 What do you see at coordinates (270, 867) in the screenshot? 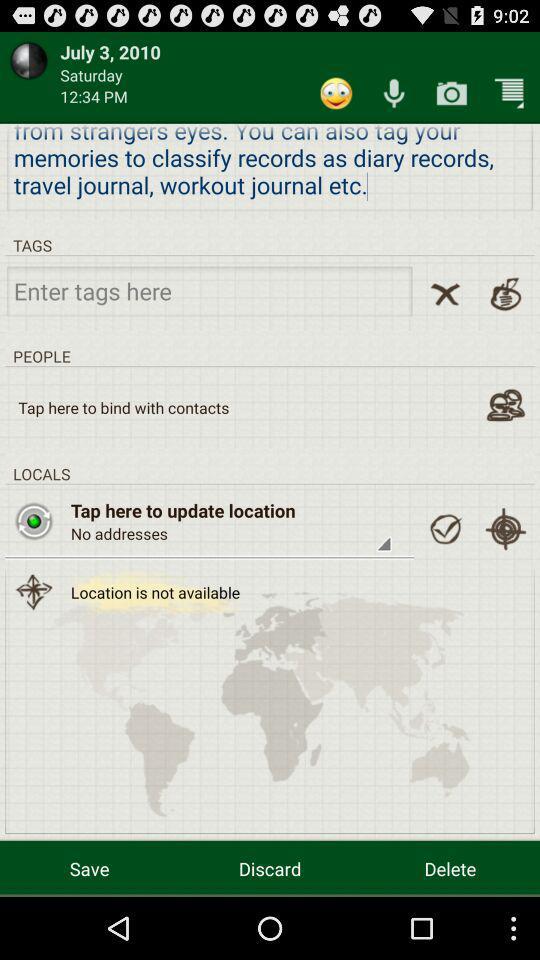
I see `discard icon` at bounding box center [270, 867].